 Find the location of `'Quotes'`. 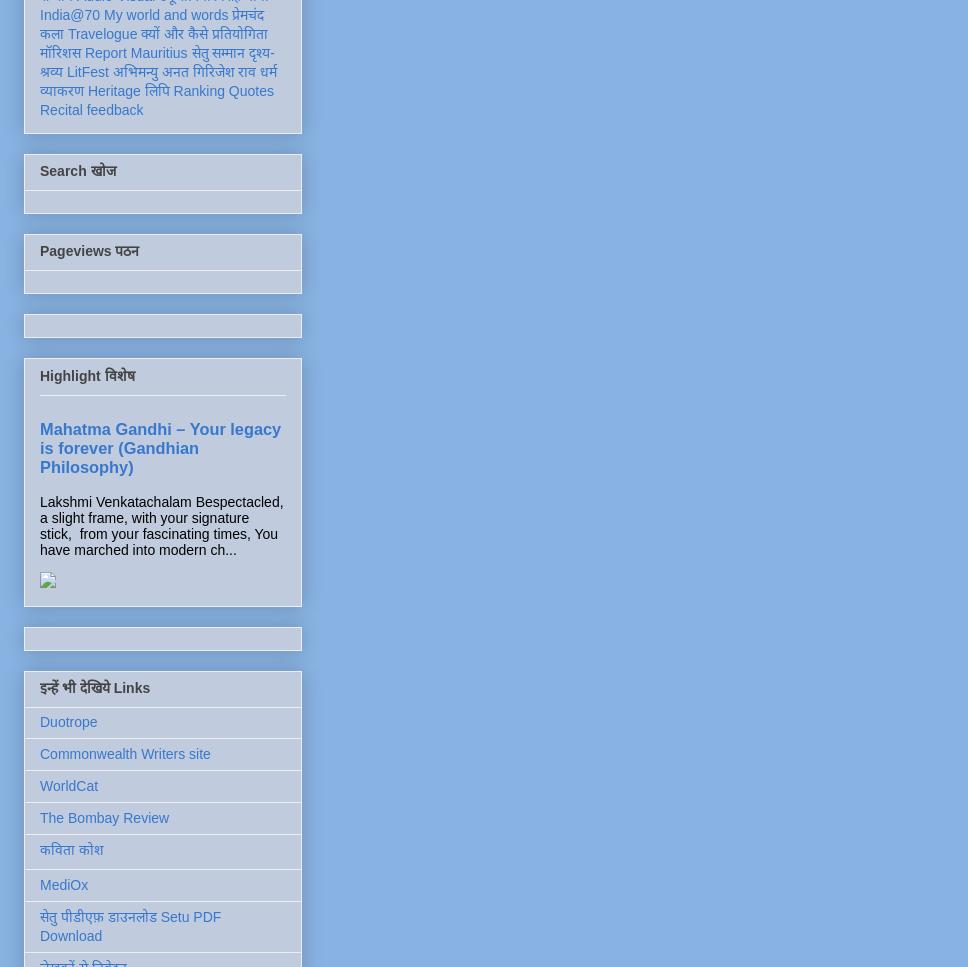

'Quotes' is located at coordinates (251, 90).